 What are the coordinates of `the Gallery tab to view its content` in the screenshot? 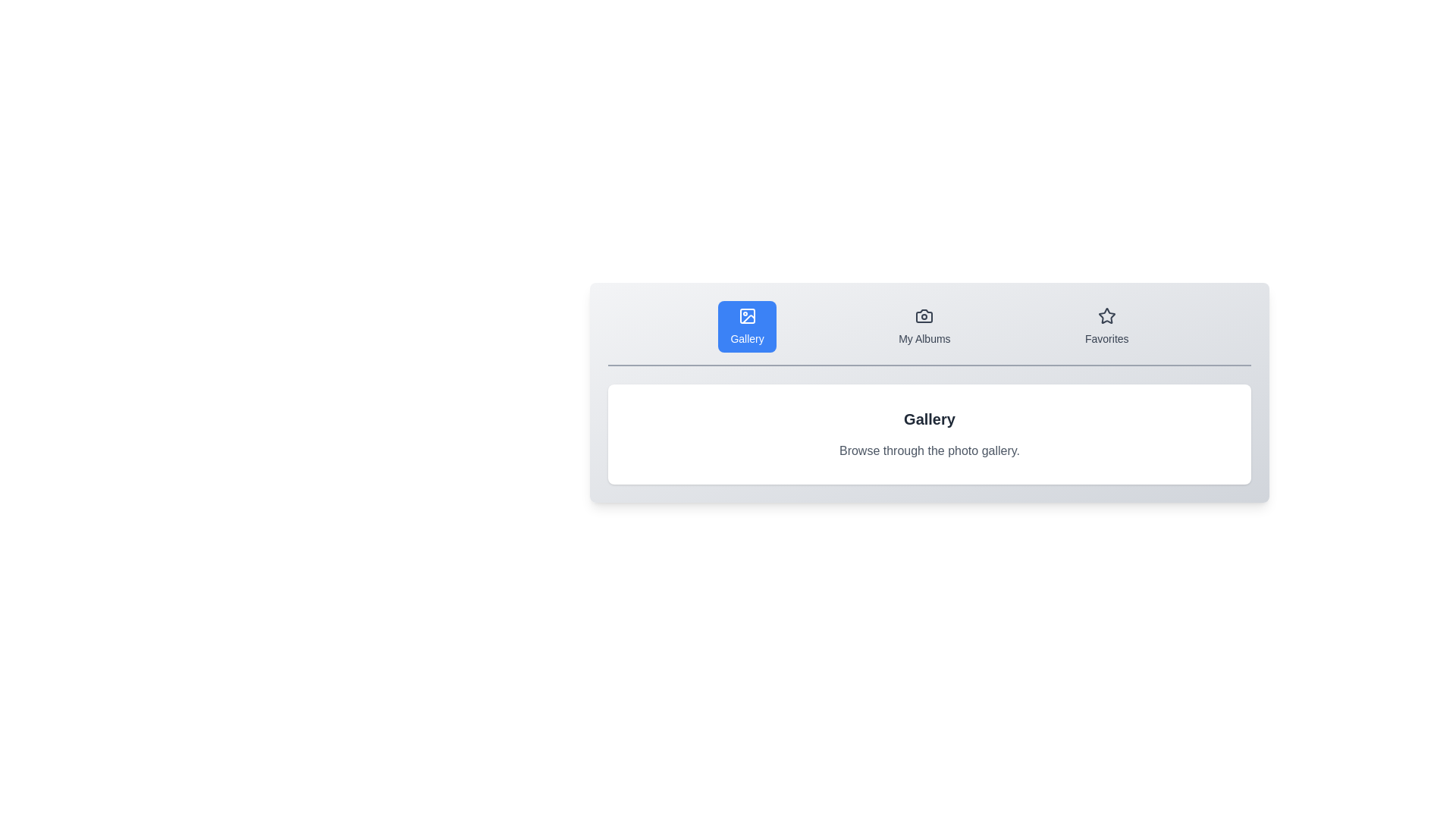 It's located at (746, 326).